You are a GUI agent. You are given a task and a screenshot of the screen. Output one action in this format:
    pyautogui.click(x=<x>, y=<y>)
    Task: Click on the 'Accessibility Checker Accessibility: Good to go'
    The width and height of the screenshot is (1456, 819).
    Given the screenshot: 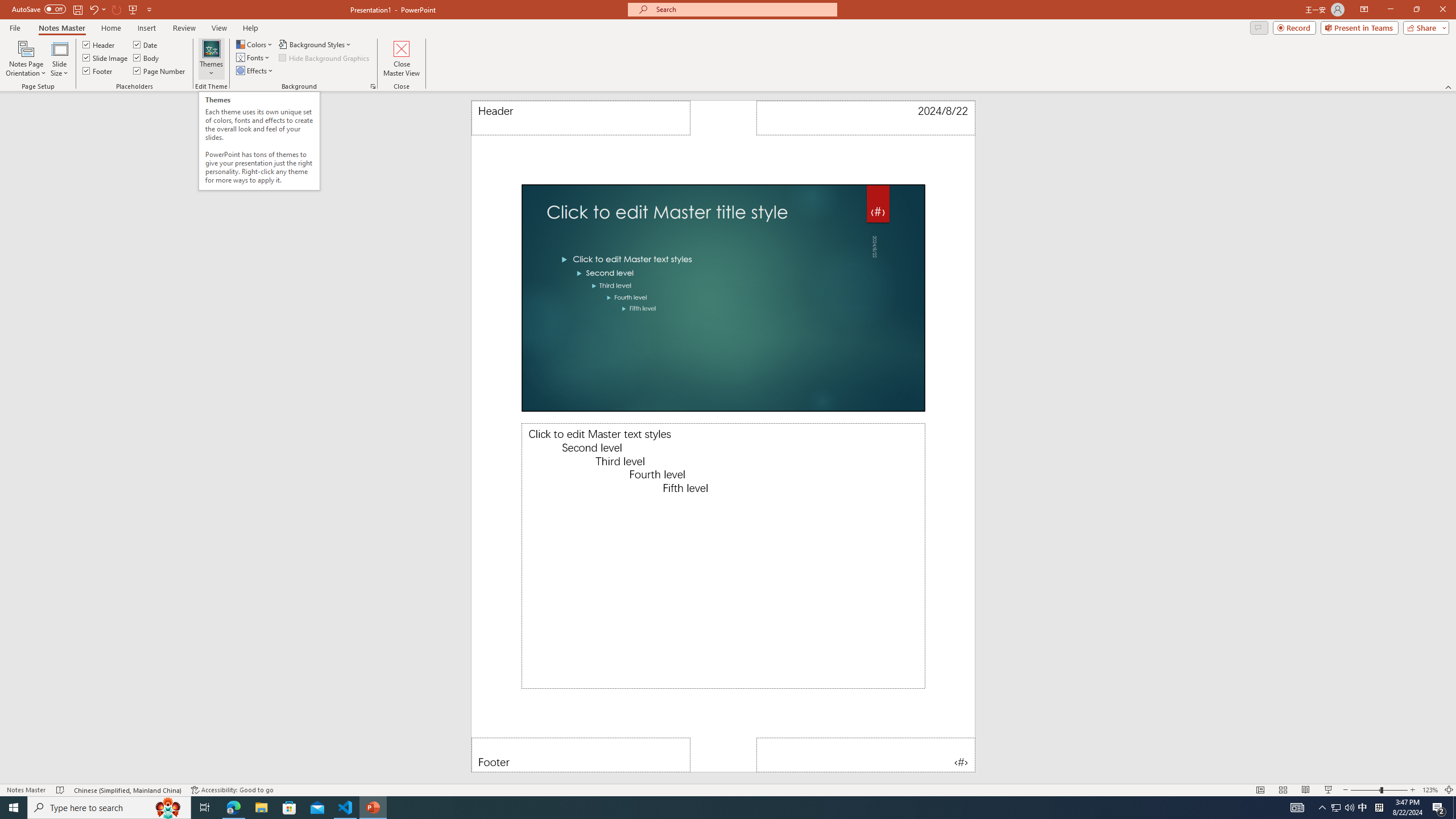 What is the action you would take?
    pyautogui.click(x=231, y=790)
    